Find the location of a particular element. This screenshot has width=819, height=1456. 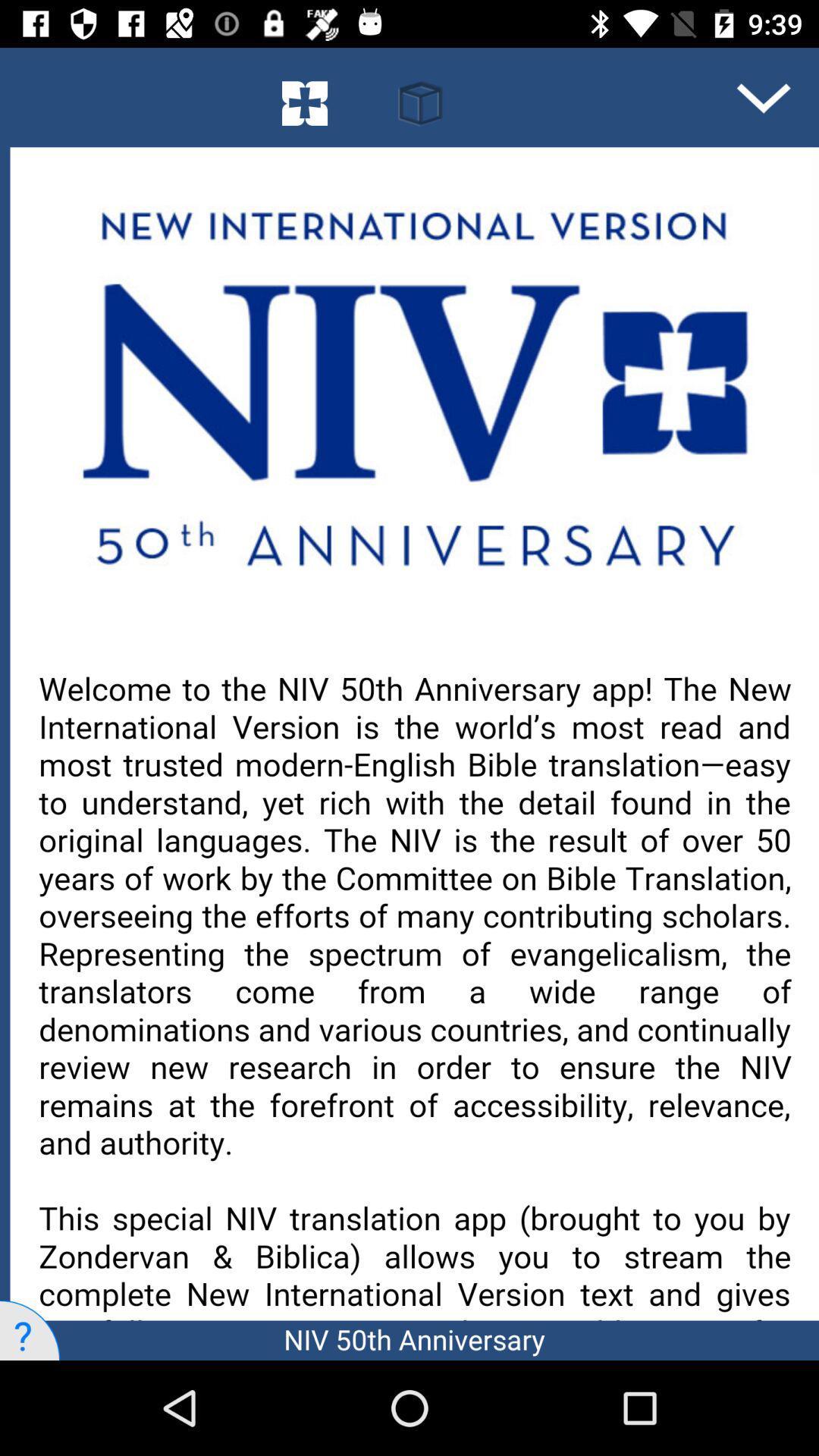

the book icon is located at coordinates (420, 97).